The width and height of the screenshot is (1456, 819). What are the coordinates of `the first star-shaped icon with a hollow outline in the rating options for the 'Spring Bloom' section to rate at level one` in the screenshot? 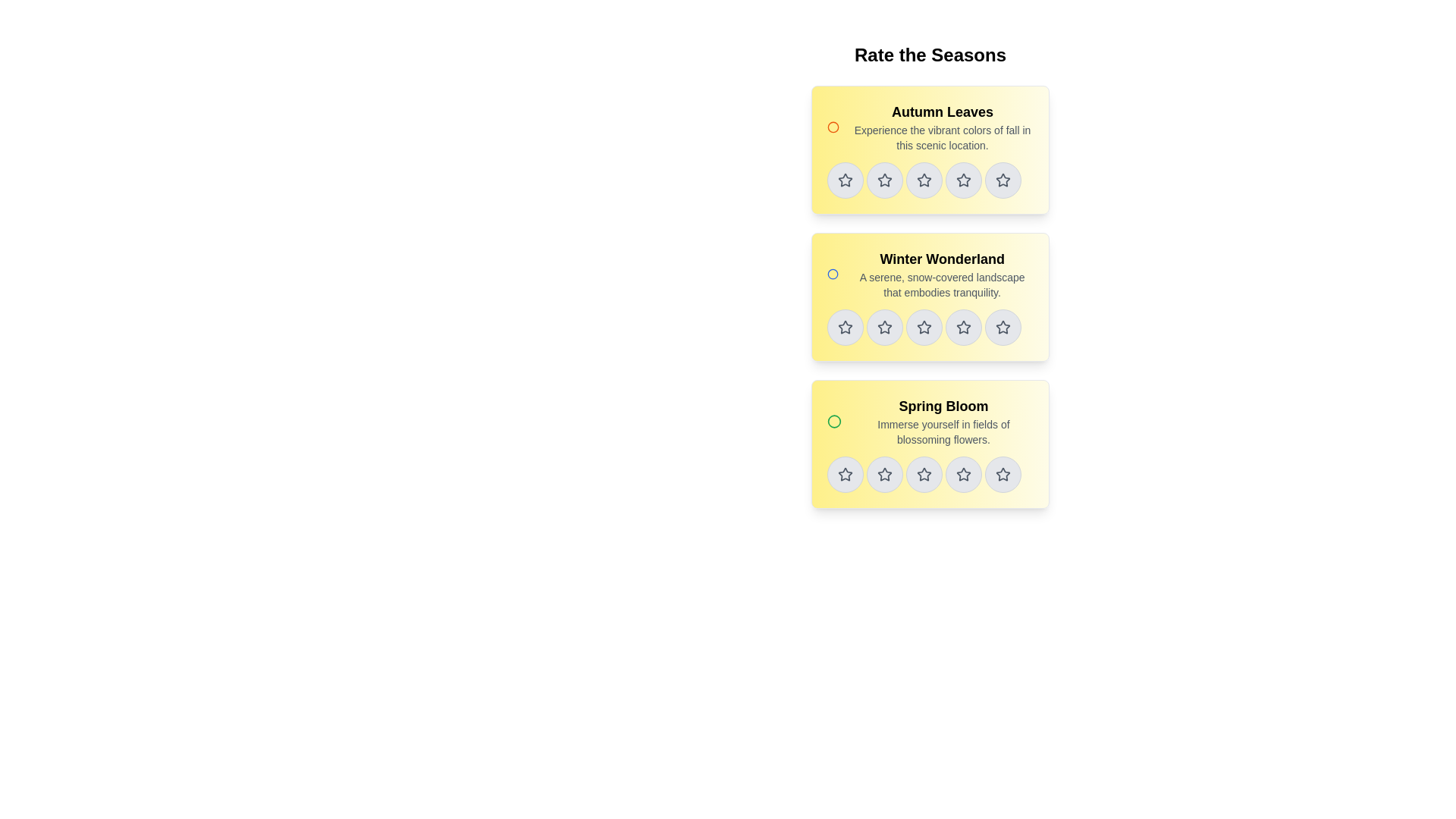 It's located at (844, 473).